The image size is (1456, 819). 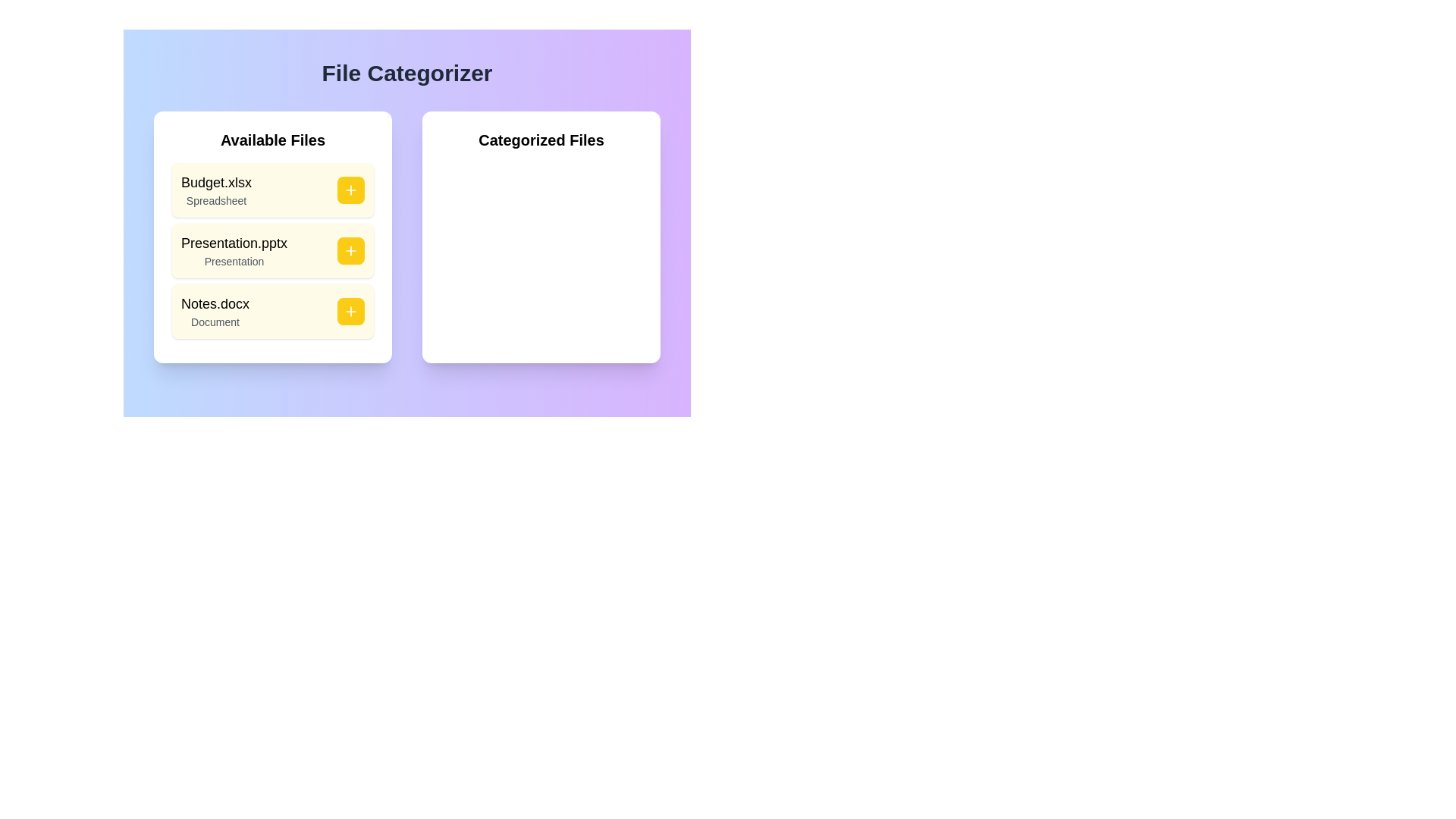 I want to click on the yellow circular button with a plus icon located to the right of the 'Budget.xlsx' document entry in the 'Available Files' list, so click(x=350, y=189).